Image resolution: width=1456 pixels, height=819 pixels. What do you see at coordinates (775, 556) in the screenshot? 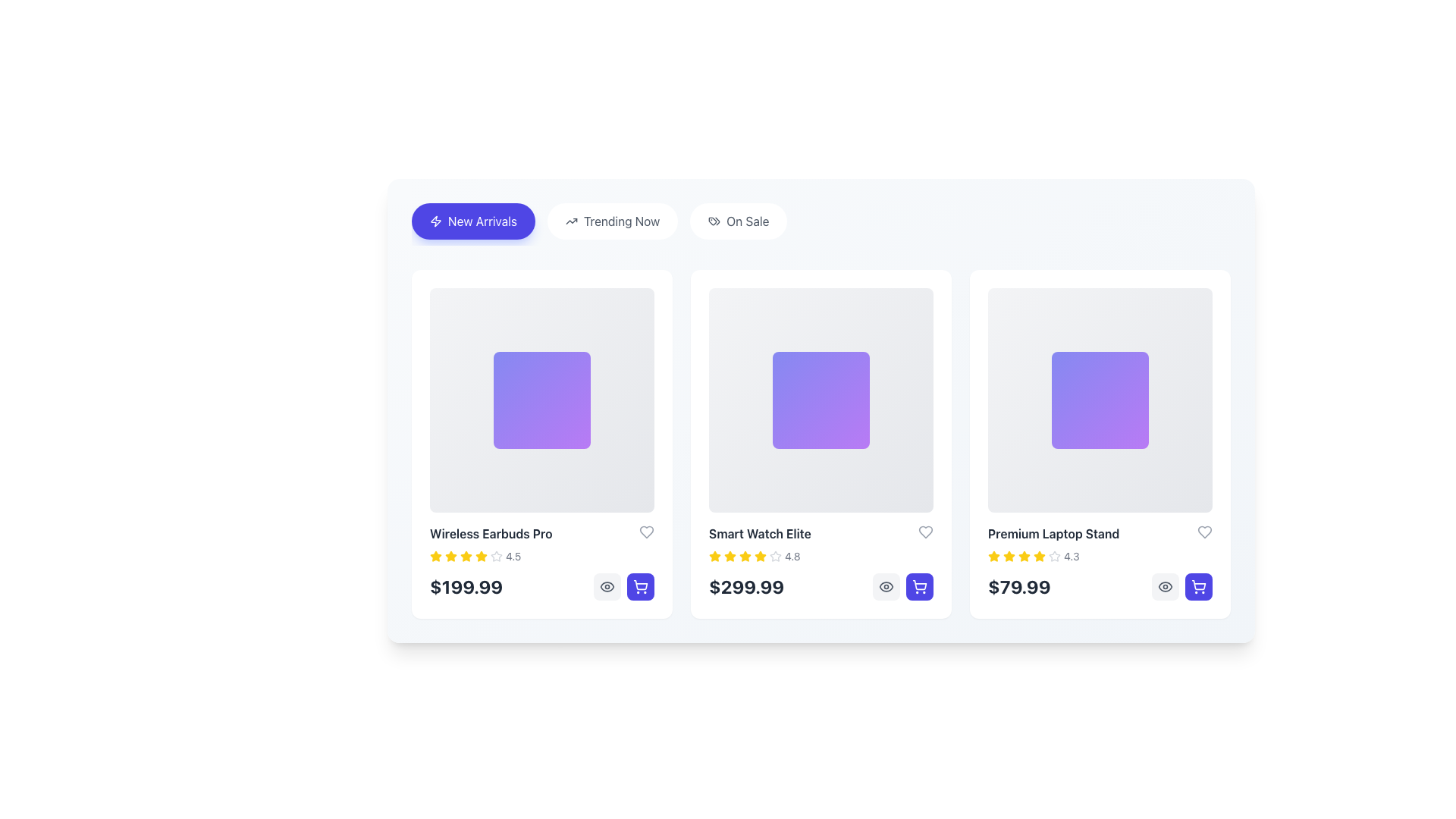
I see `the star icon, which is the last in the sequence of rating stars above the price label '299.99' and to the right of the product name 'Smart Watch Elite'` at bounding box center [775, 556].